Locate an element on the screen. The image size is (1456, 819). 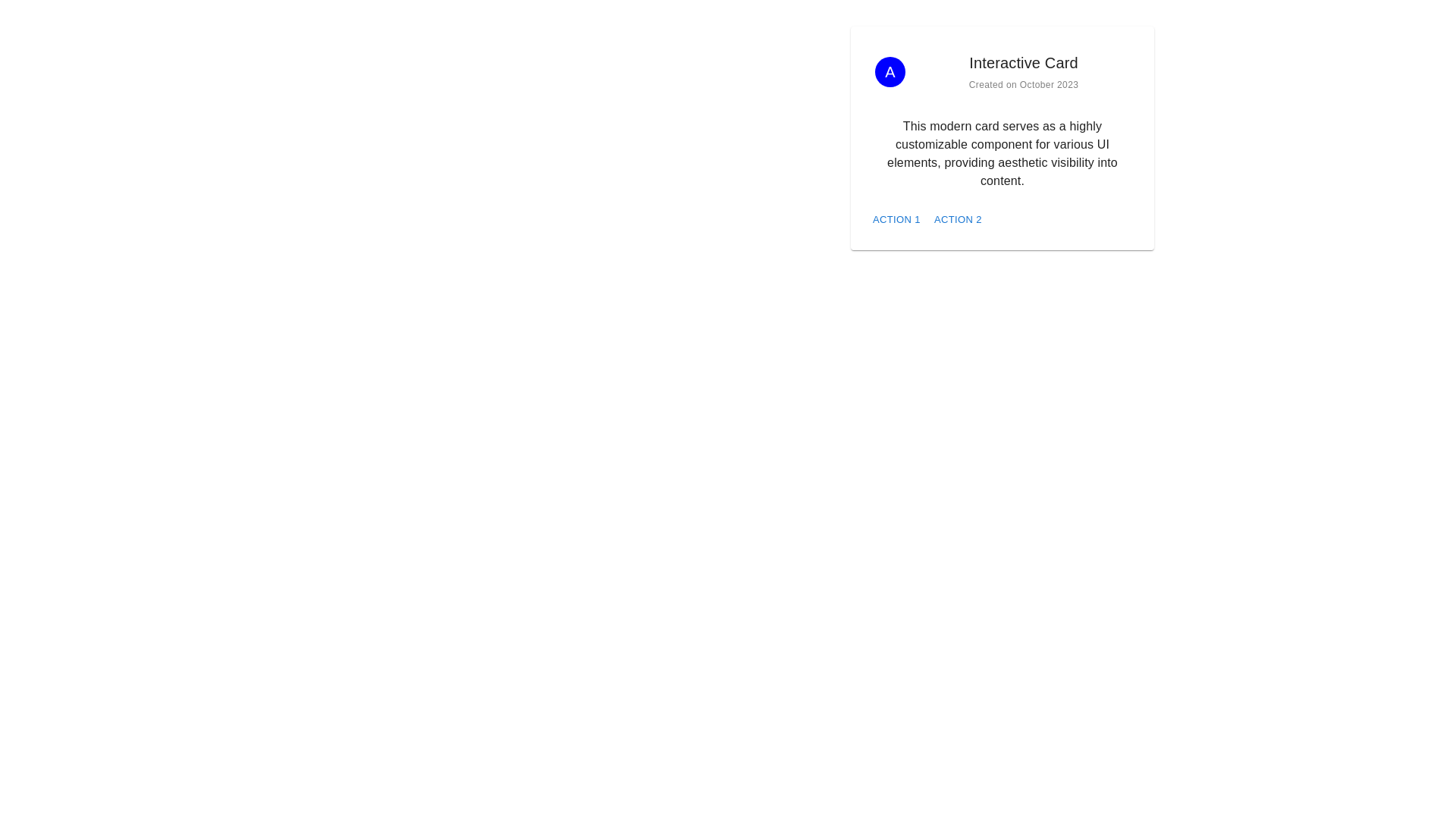
the blue-colored button labeled 'Action 1', which is the first button is located at coordinates (896, 220).